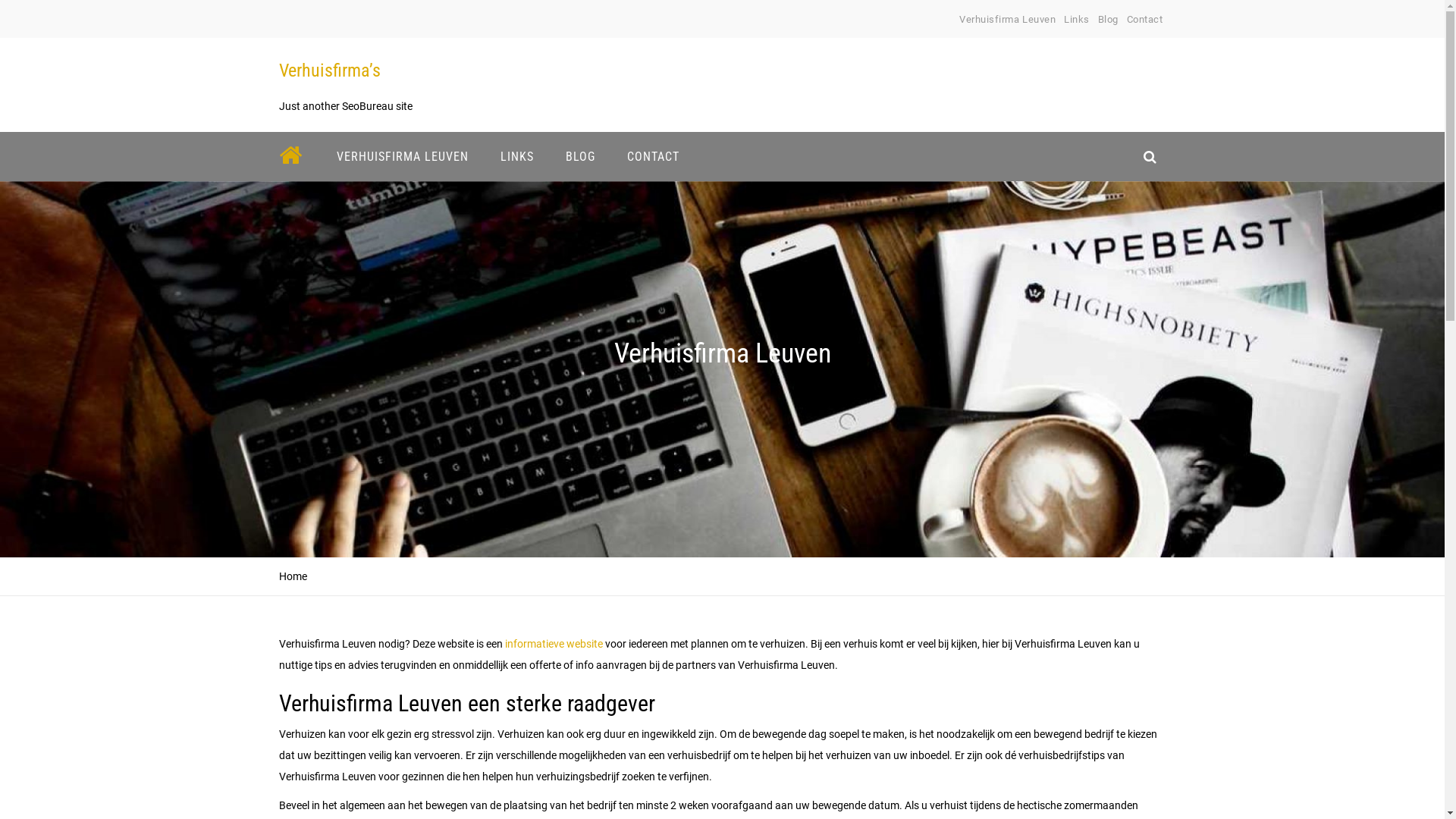  What do you see at coordinates (1145, 19) in the screenshot?
I see `'Contact'` at bounding box center [1145, 19].